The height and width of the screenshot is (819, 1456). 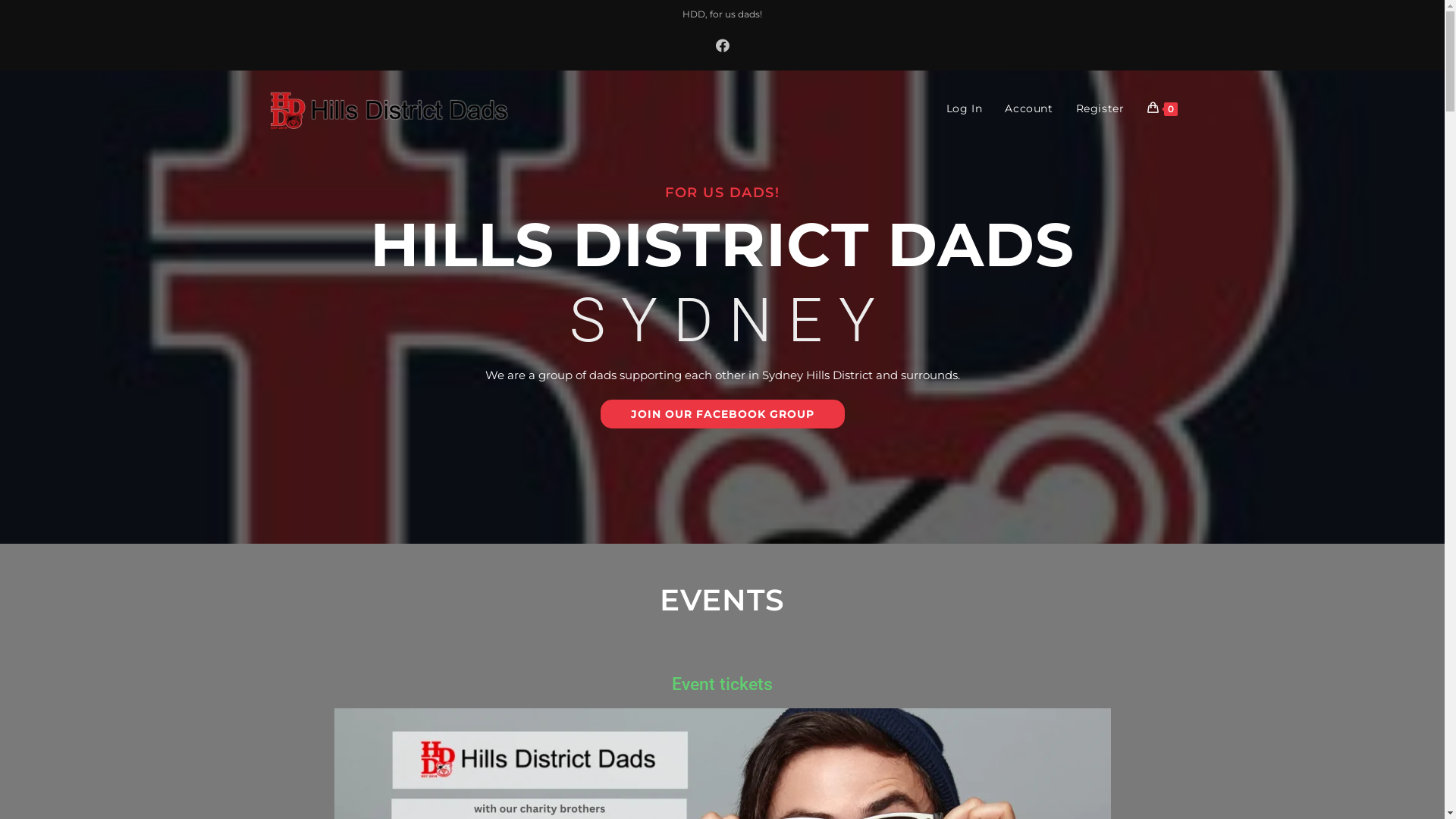 What do you see at coordinates (1028, 107) in the screenshot?
I see `'Account'` at bounding box center [1028, 107].